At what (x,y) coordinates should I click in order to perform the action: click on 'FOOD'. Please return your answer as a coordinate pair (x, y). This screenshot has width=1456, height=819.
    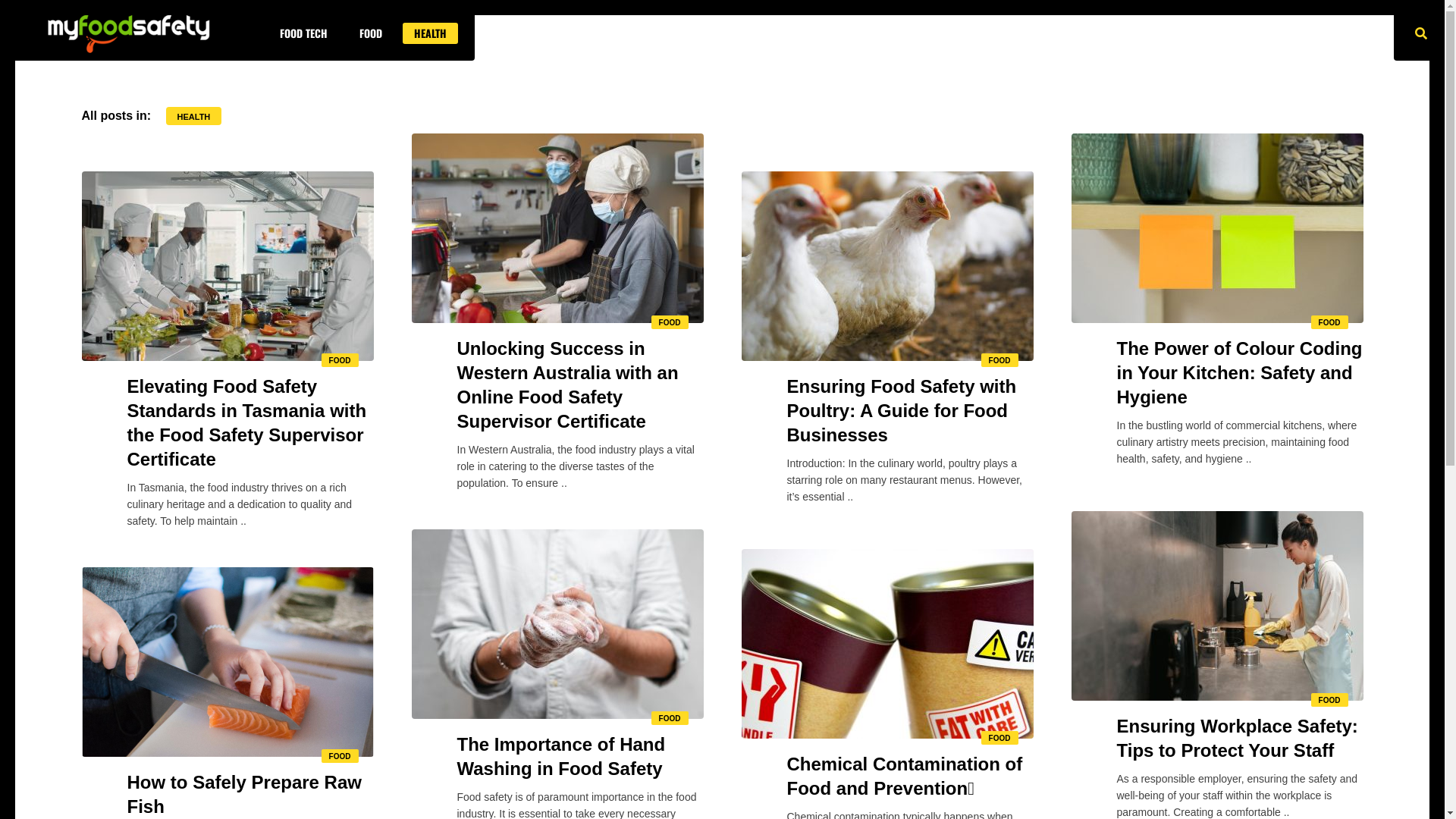
    Looking at the image, I should click on (669, 322).